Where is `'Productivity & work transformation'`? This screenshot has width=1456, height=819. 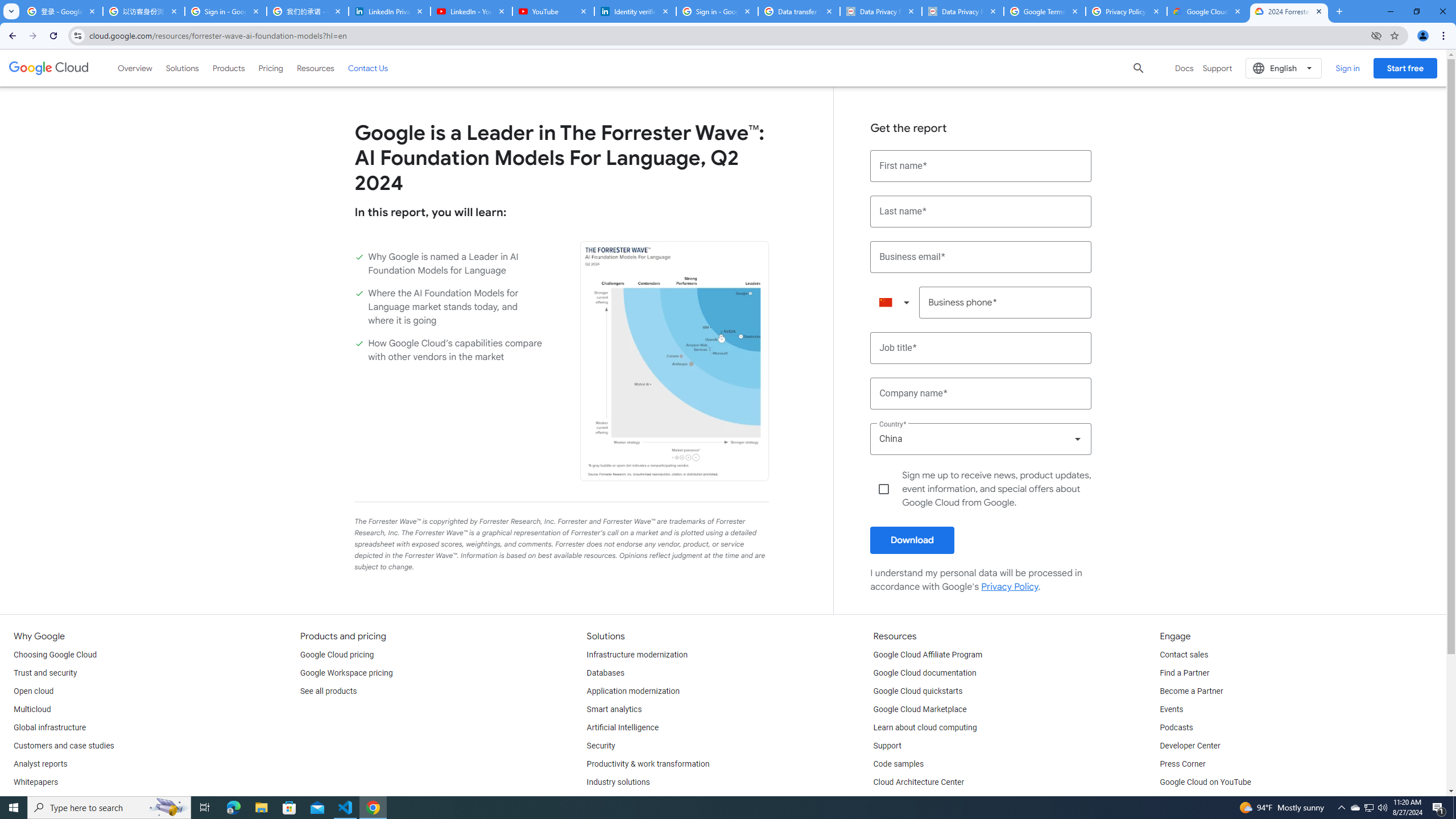 'Productivity & work transformation' is located at coordinates (648, 764).